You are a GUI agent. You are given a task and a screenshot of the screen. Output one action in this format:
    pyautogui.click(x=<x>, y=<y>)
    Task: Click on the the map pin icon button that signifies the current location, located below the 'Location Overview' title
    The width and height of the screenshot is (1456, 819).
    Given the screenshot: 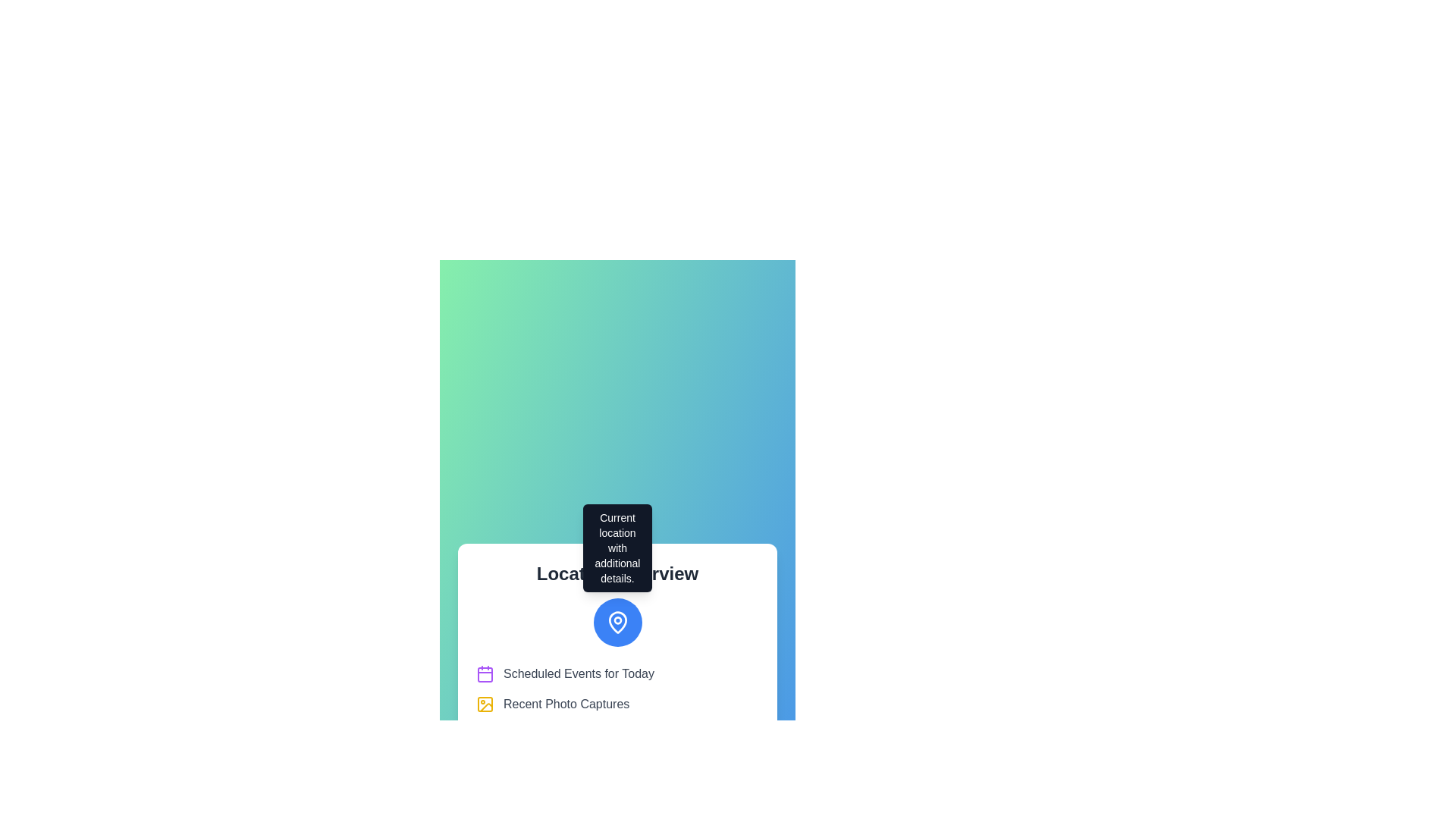 What is the action you would take?
    pyautogui.click(x=617, y=623)
    